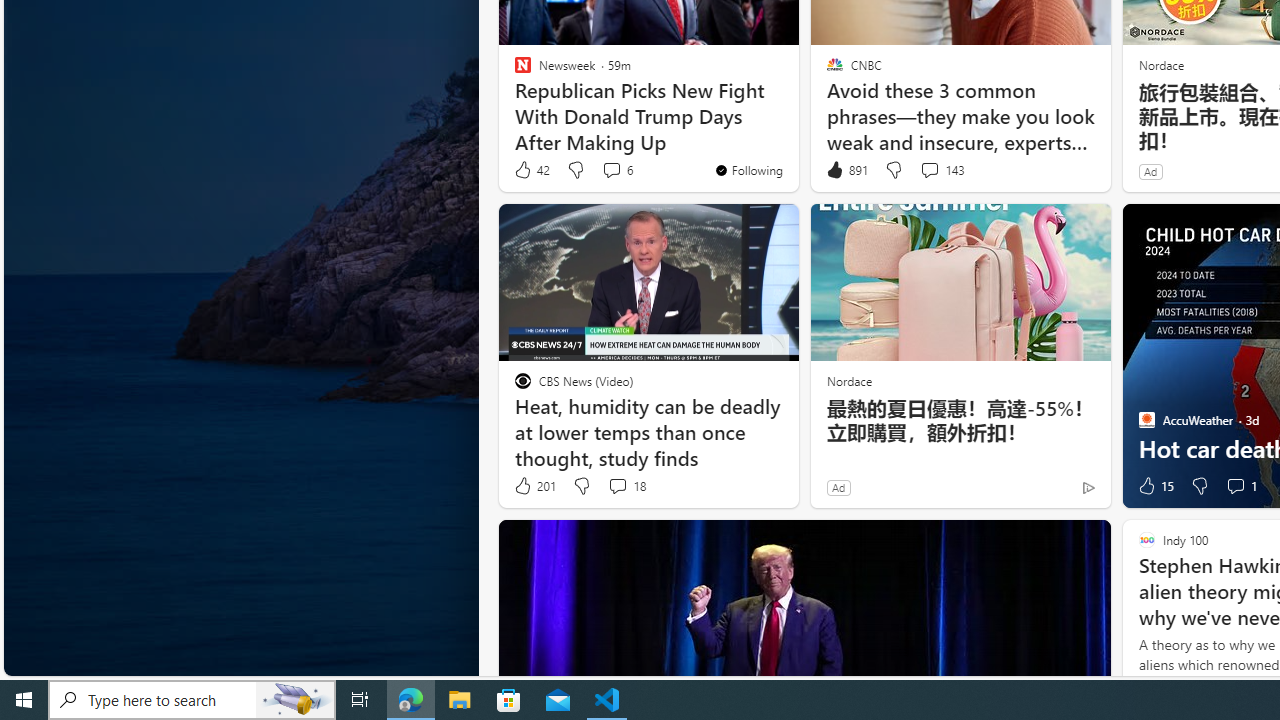 The image size is (1280, 720). Describe the element at coordinates (534, 486) in the screenshot. I see `'201 Like'` at that location.